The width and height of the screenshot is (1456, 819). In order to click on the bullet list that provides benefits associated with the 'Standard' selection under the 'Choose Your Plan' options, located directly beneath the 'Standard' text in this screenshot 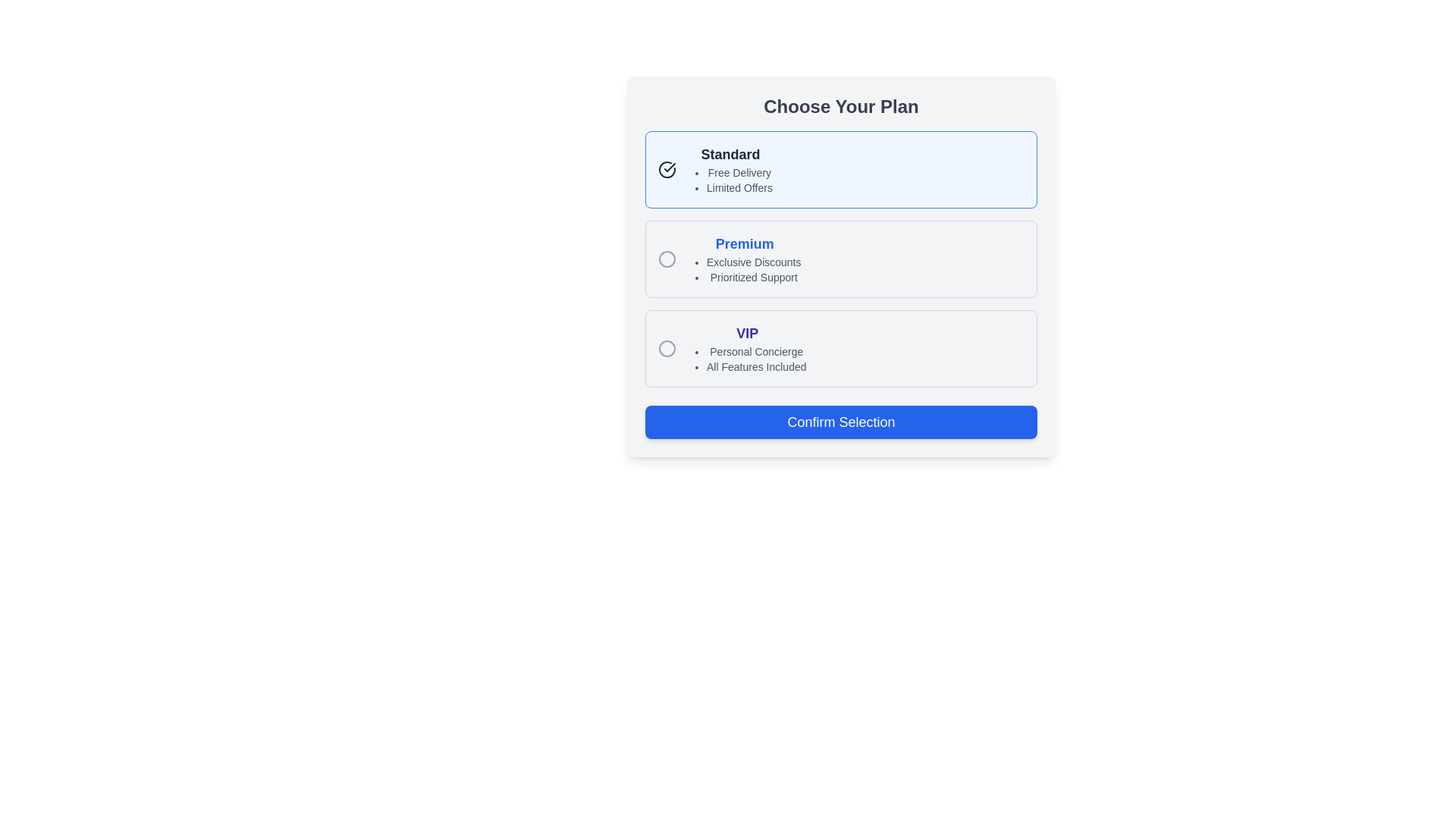, I will do `click(739, 180)`.